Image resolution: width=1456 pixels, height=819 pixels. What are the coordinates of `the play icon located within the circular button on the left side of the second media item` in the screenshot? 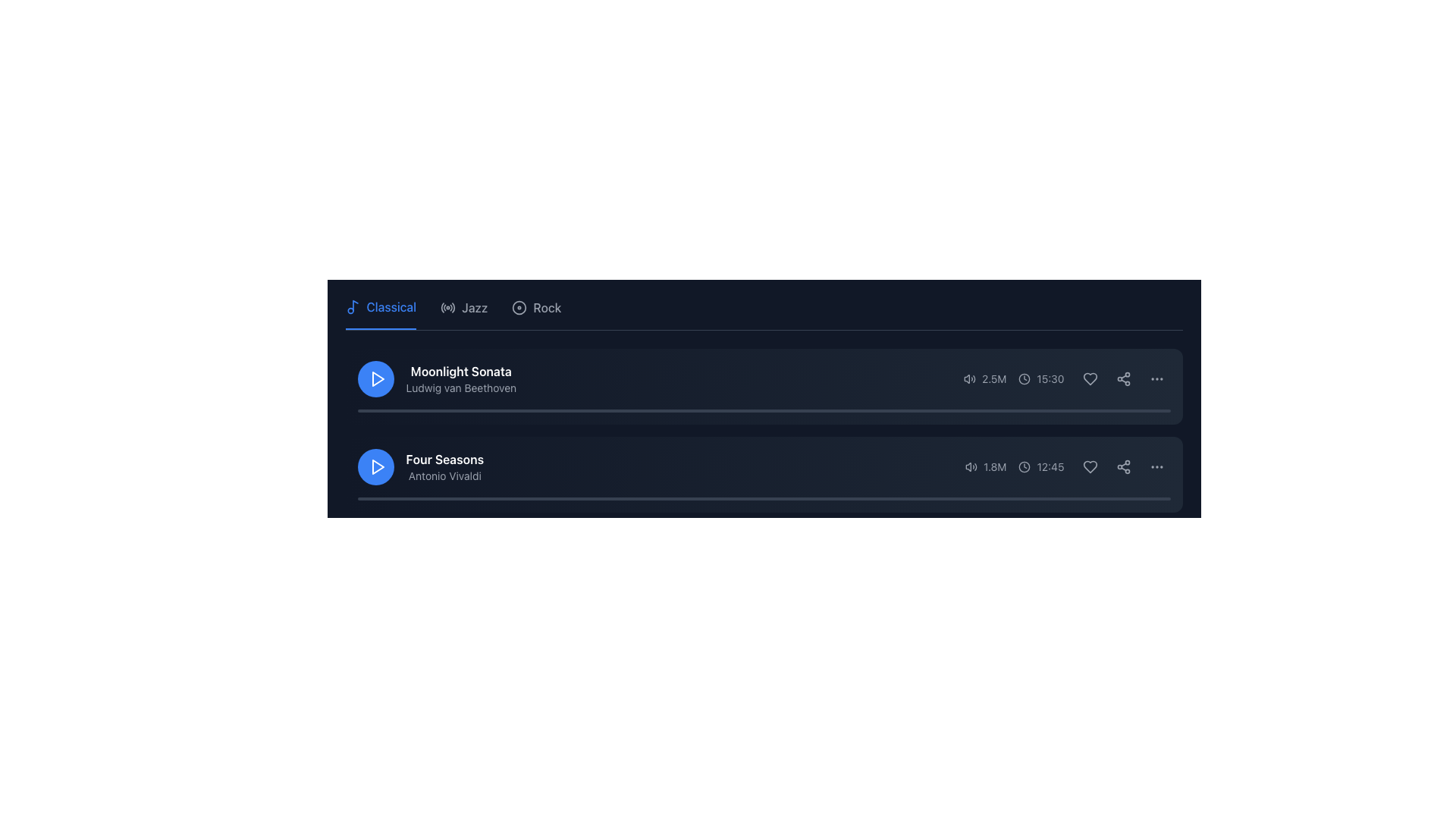 It's located at (378, 378).